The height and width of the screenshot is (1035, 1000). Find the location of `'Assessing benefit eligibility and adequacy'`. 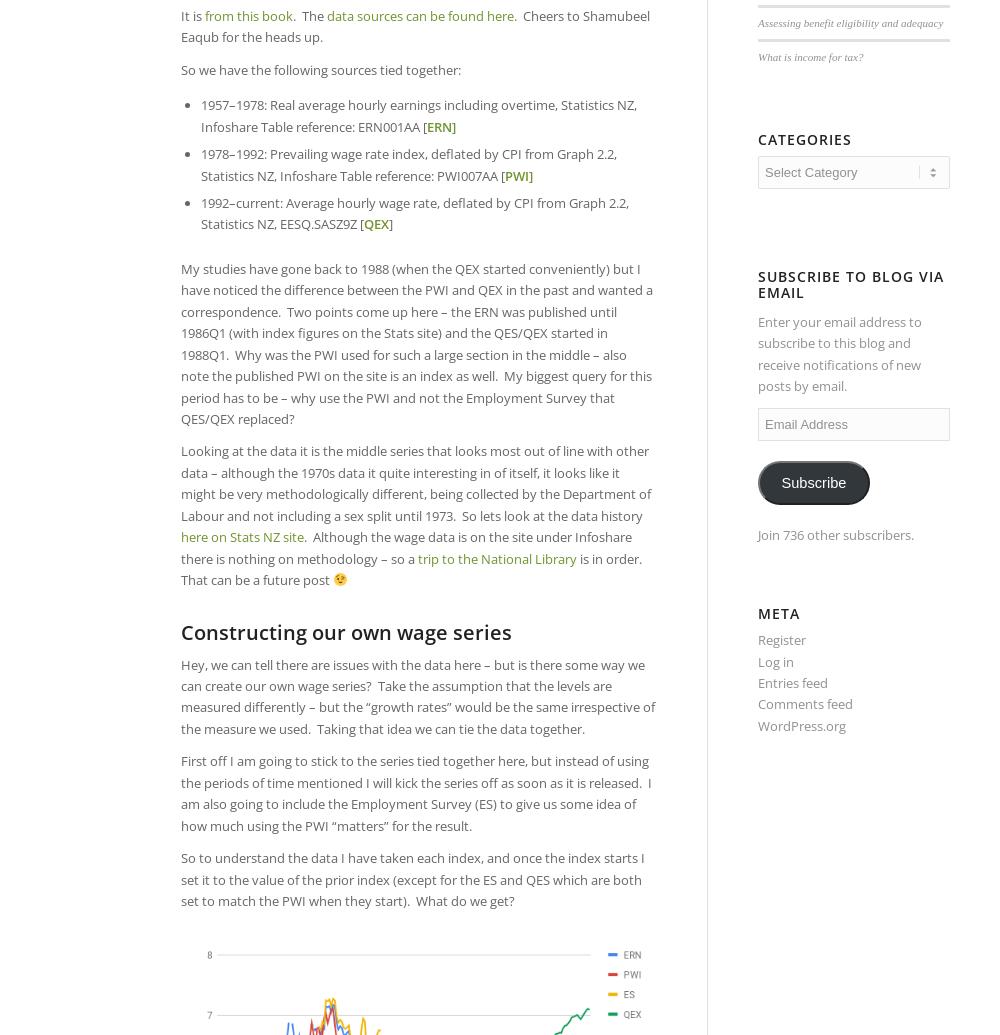

'Assessing benefit eligibility and adequacy' is located at coordinates (849, 22).